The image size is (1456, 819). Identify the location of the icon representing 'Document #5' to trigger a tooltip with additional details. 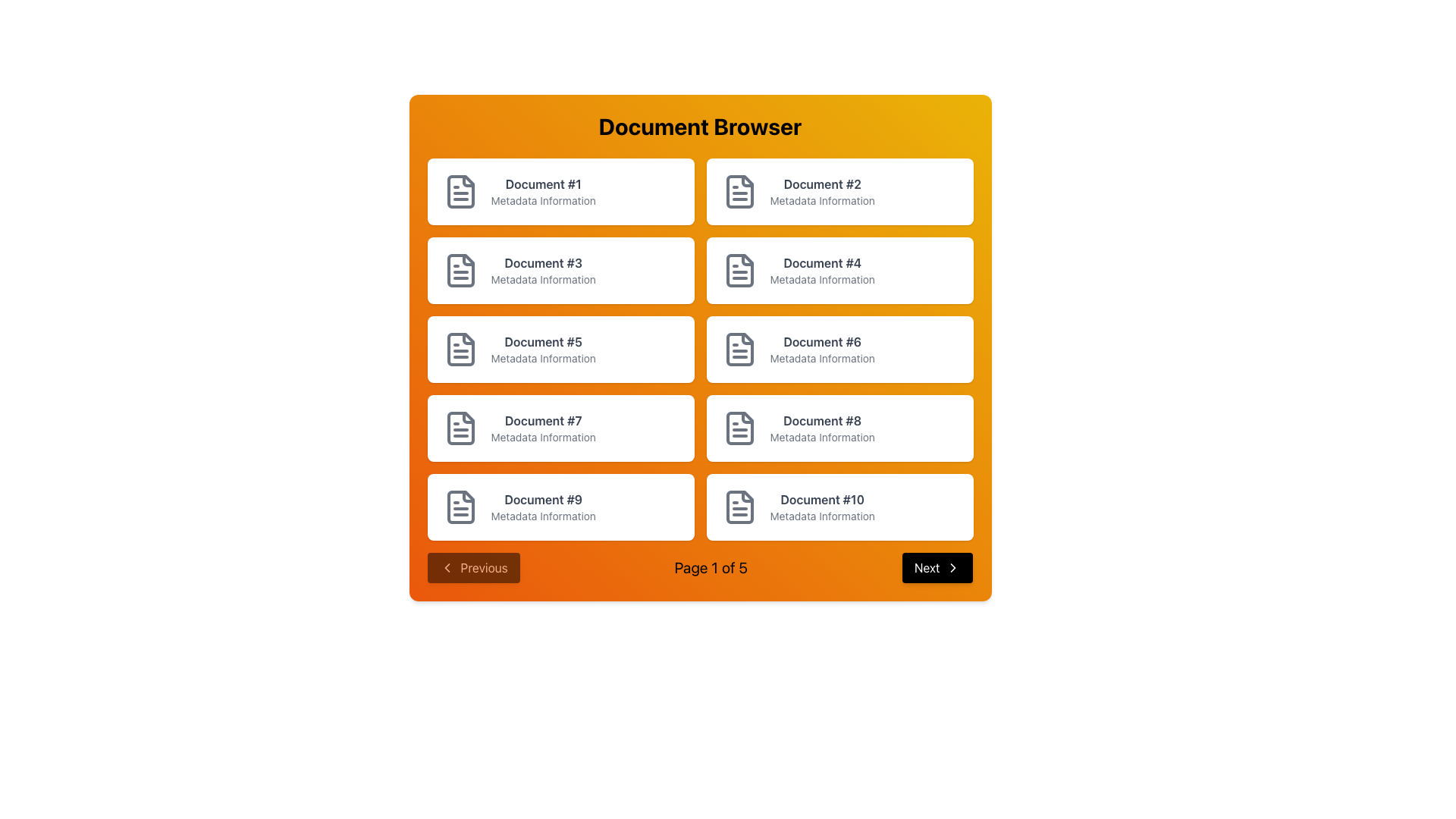
(460, 350).